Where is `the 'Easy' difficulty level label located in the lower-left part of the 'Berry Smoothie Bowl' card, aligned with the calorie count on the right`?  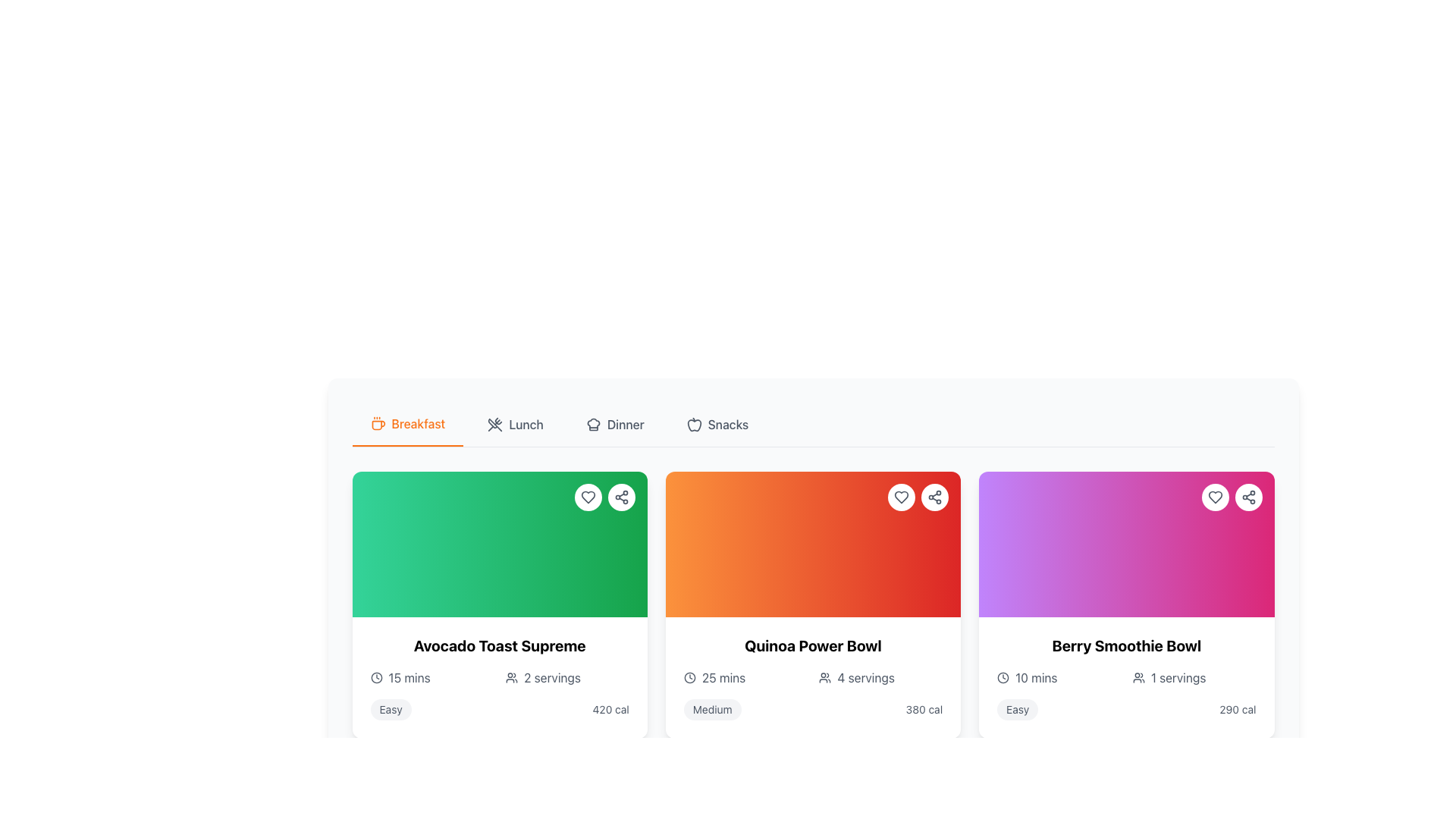
the 'Easy' difficulty level label located in the lower-left part of the 'Berry Smoothie Bowl' card, aligned with the calorie count on the right is located at coordinates (1018, 710).